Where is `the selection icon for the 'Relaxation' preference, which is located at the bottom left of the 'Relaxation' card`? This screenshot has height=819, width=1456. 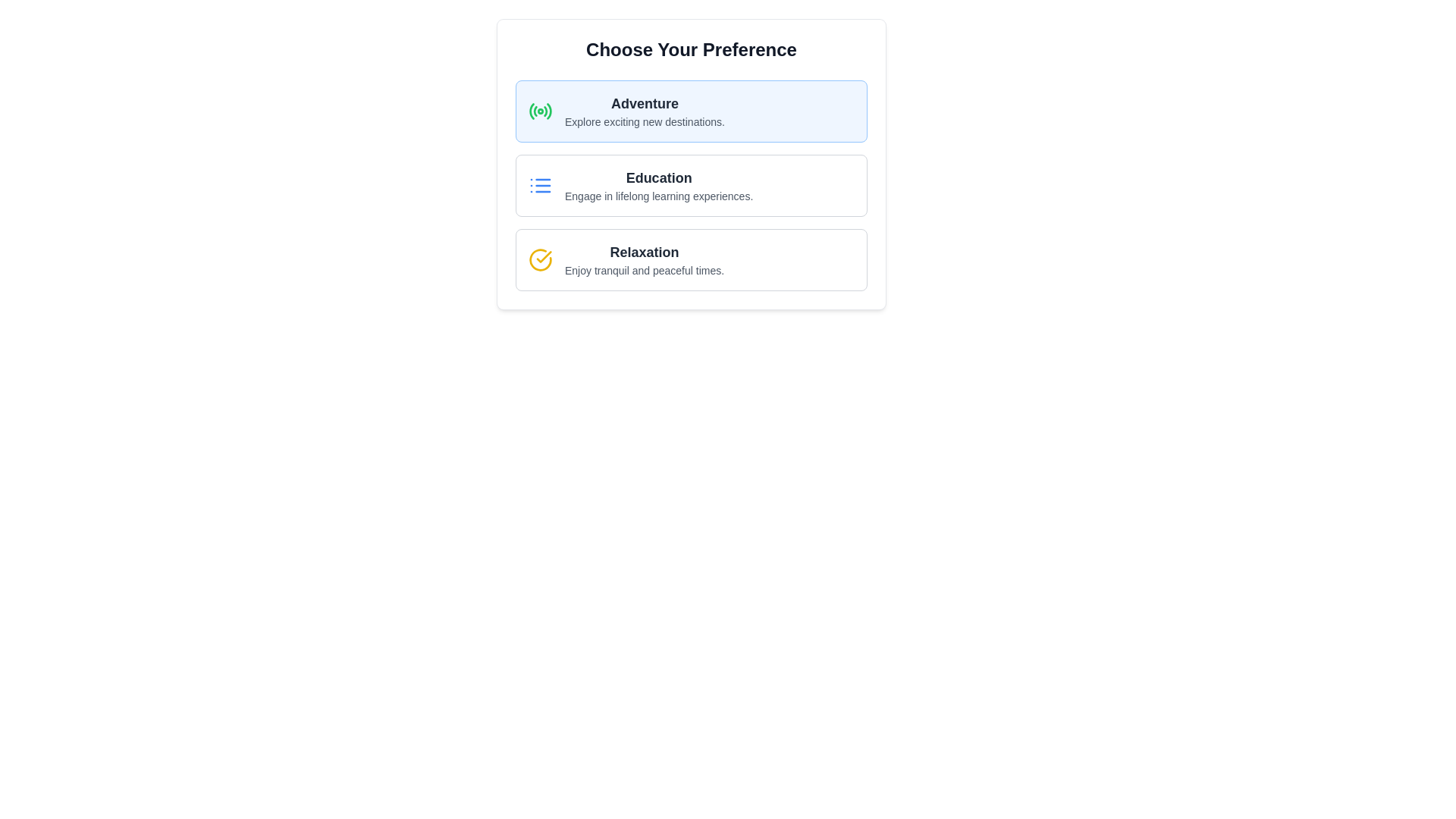 the selection icon for the 'Relaxation' preference, which is located at the bottom left of the 'Relaxation' card is located at coordinates (541, 259).